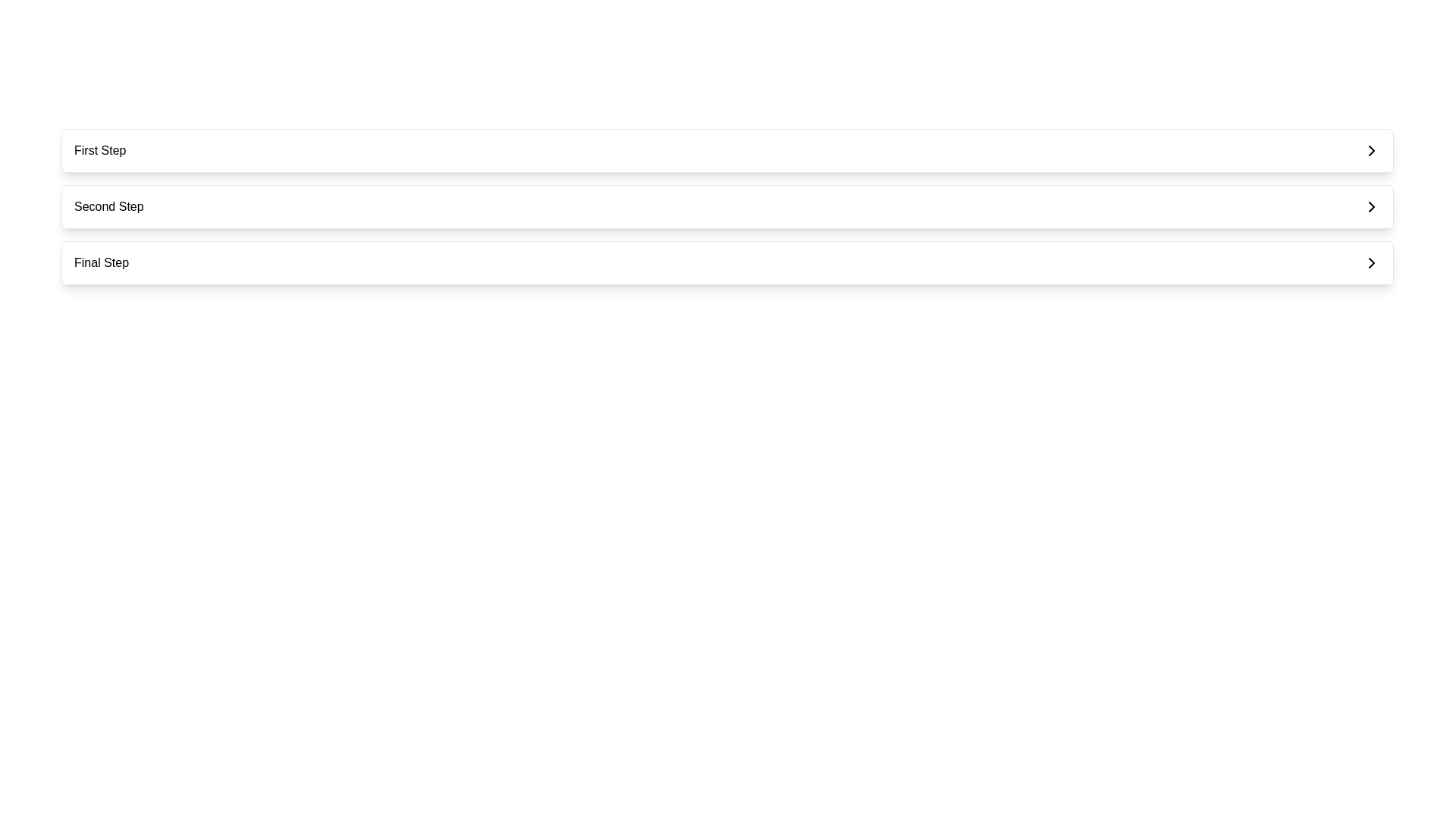 The height and width of the screenshot is (819, 1456). Describe the element at coordinates (1372, 151) in the screenshot. I see `the chevron icon located to the extreme right of the 'First Step' list item to proceed or expand the section` at that location.